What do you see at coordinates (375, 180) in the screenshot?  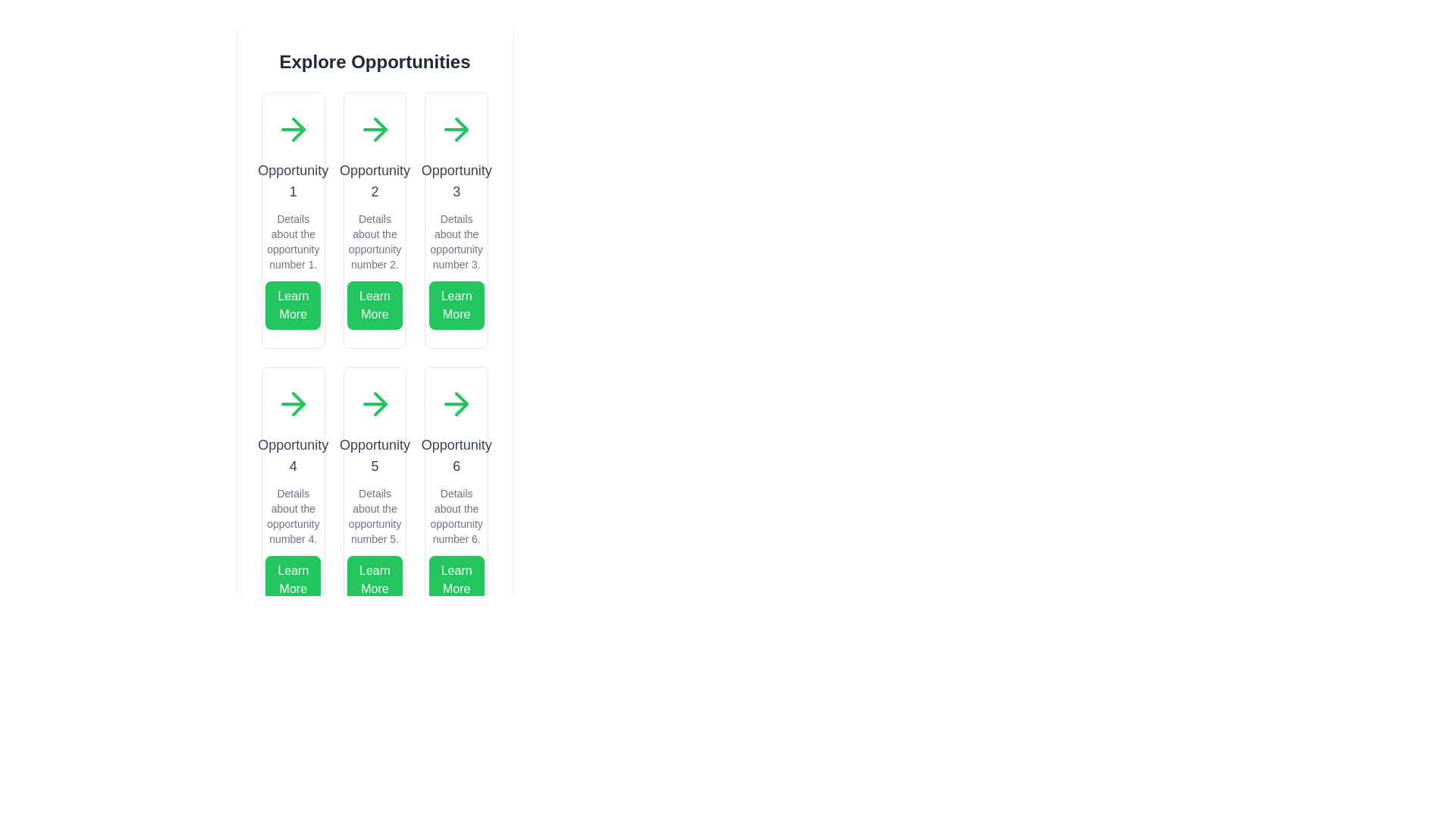 I see `the text element displaying 'Opportunity 2', which is styled in medium-gray color and centered in the second column of a grid layout` at bounding box center [375, 180].